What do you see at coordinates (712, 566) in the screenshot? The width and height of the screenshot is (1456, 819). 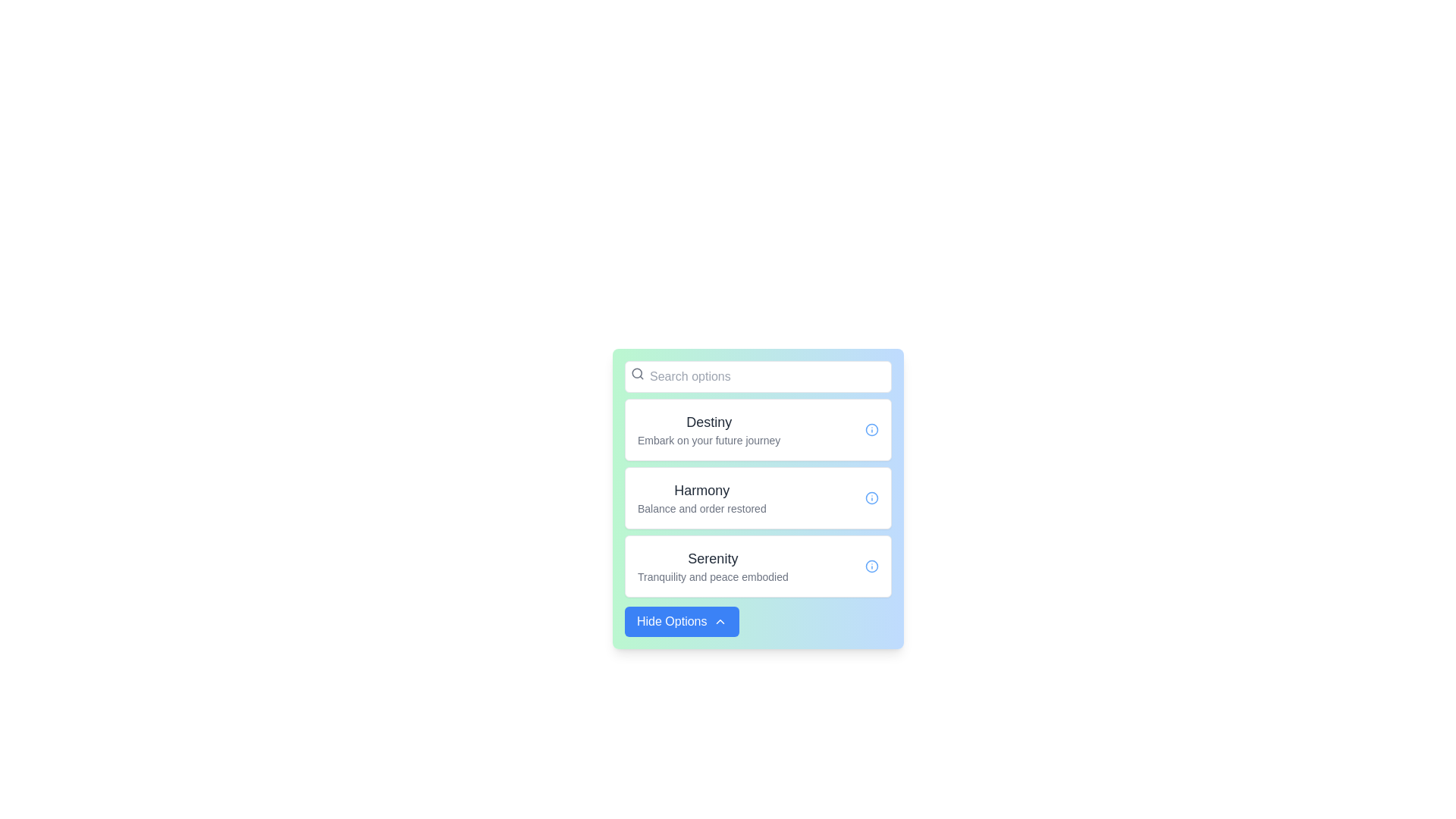 I see `the 'Serenity' text block, which displays information about the option, located in the third box of selection options, between 'Harmony' and the 'Hide Options' button` at bounding box center [712, 566].